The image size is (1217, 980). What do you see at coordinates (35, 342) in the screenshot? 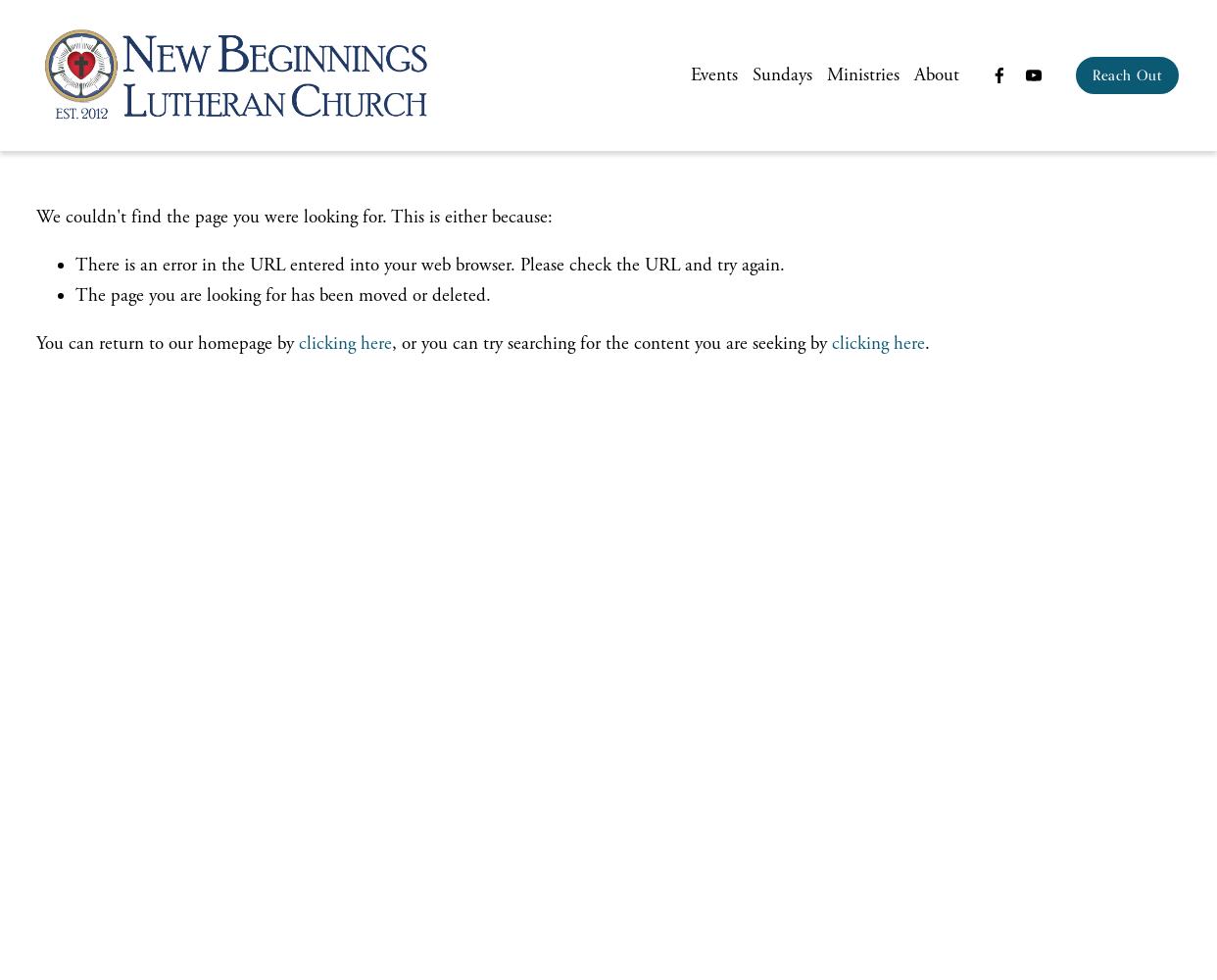
I see `'You can return to our homepage by'` at bounding box center [35, 342].